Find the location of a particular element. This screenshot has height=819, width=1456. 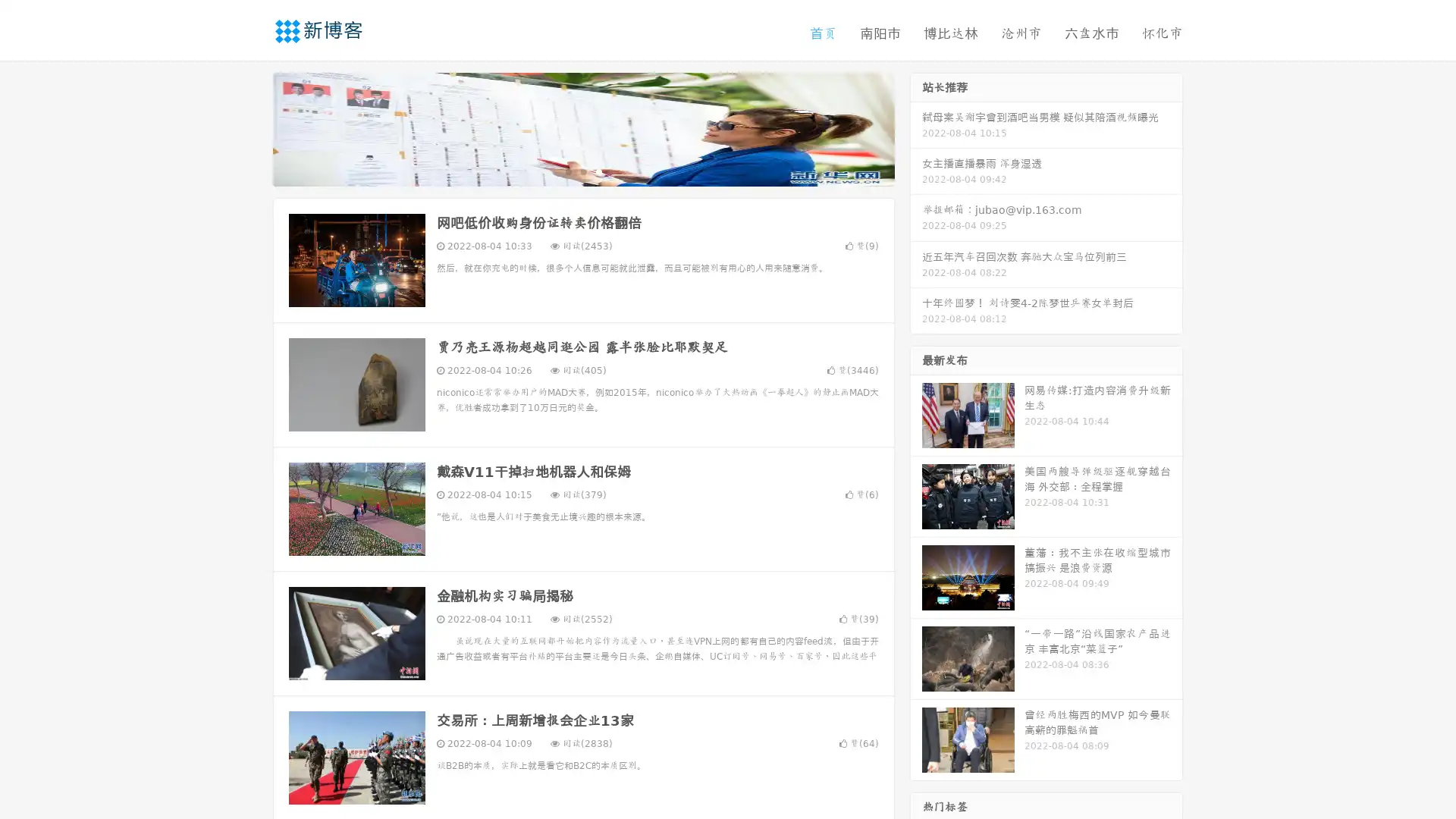

Next slide is located at coordinates (916, 127).